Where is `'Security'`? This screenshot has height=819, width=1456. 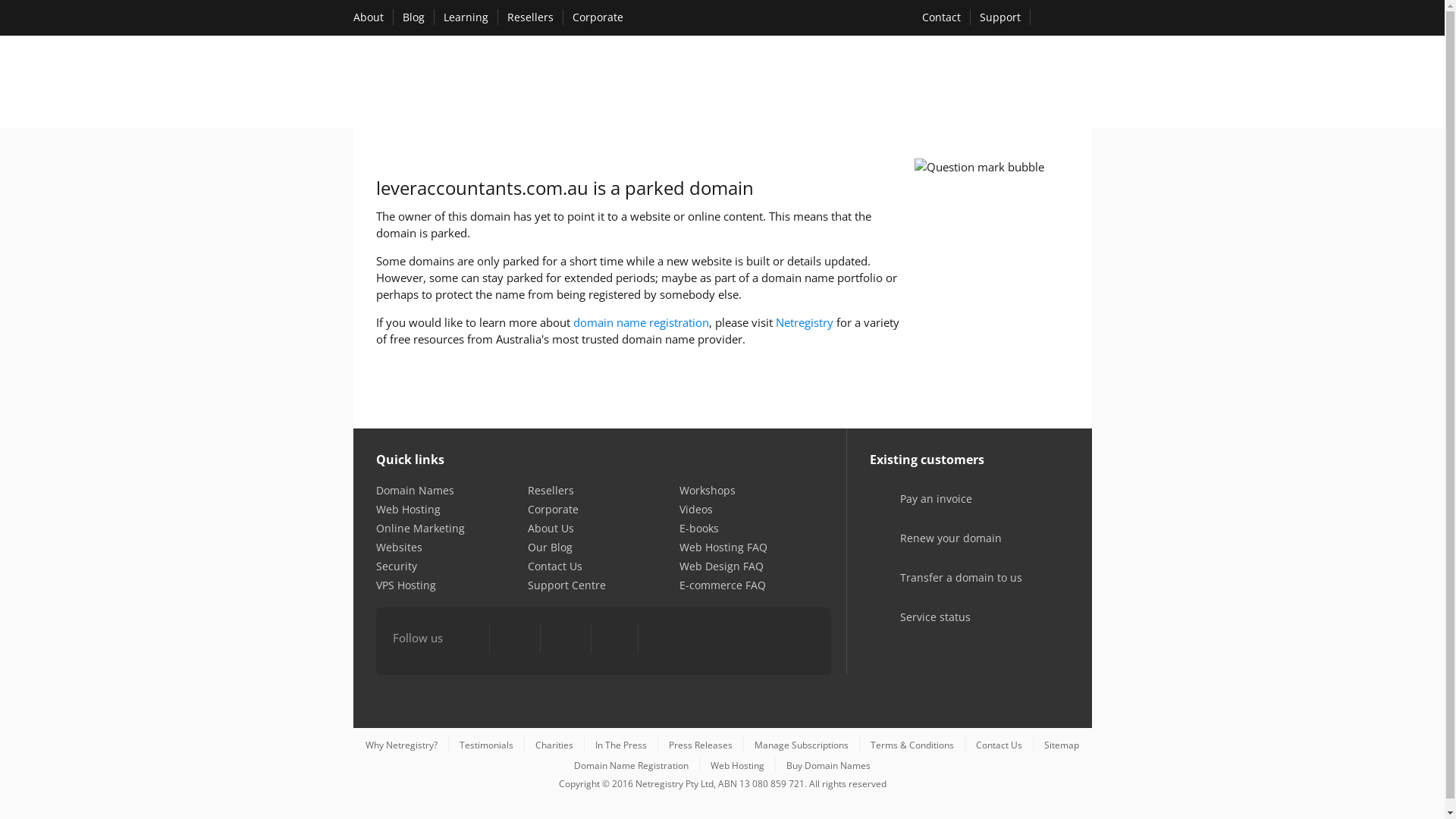
'Security' is located at coordinates (397, 566).